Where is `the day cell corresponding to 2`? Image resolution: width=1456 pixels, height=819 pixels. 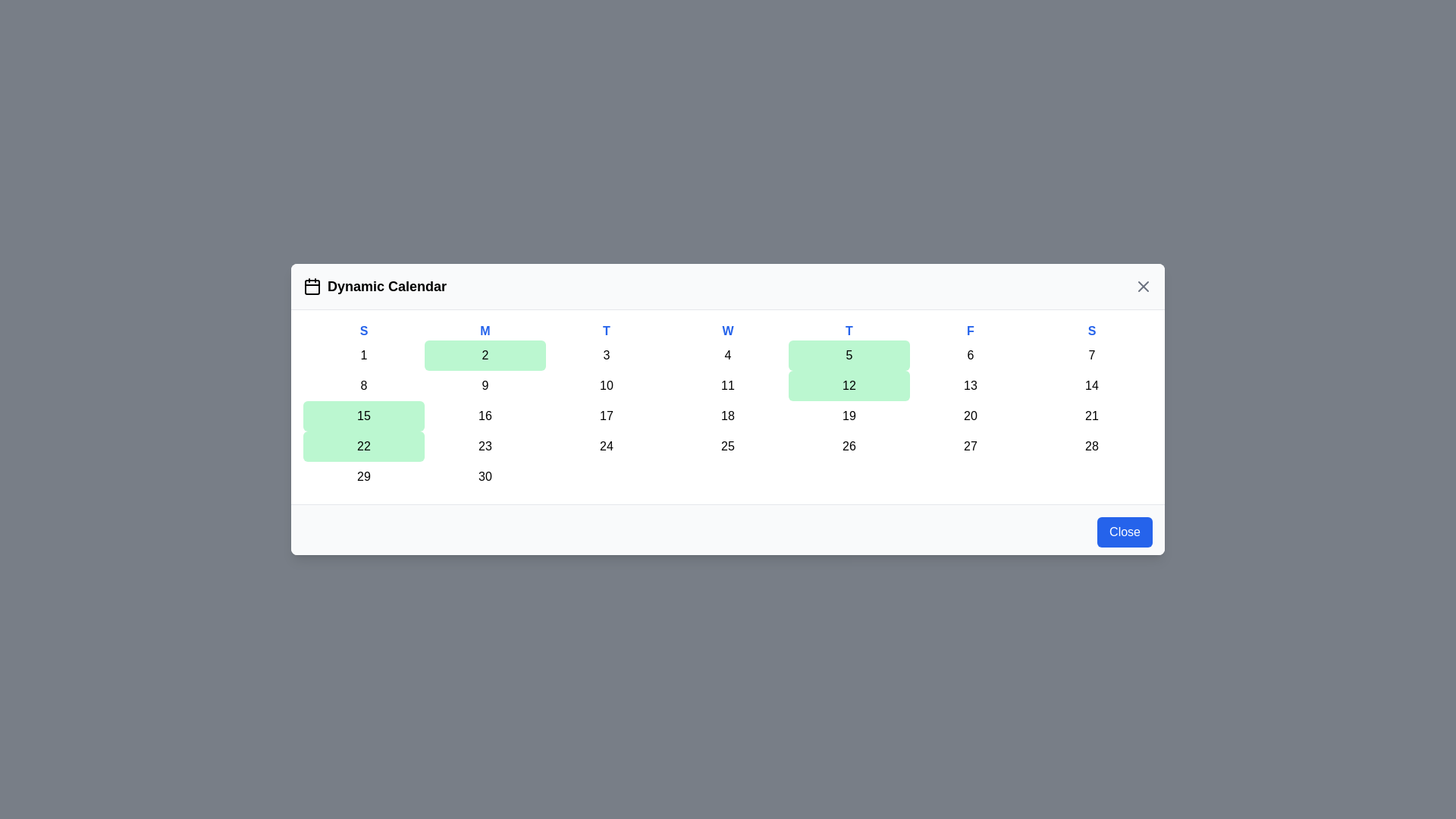
the day cell corresponding to 2 is located at coordinates (484, 356).